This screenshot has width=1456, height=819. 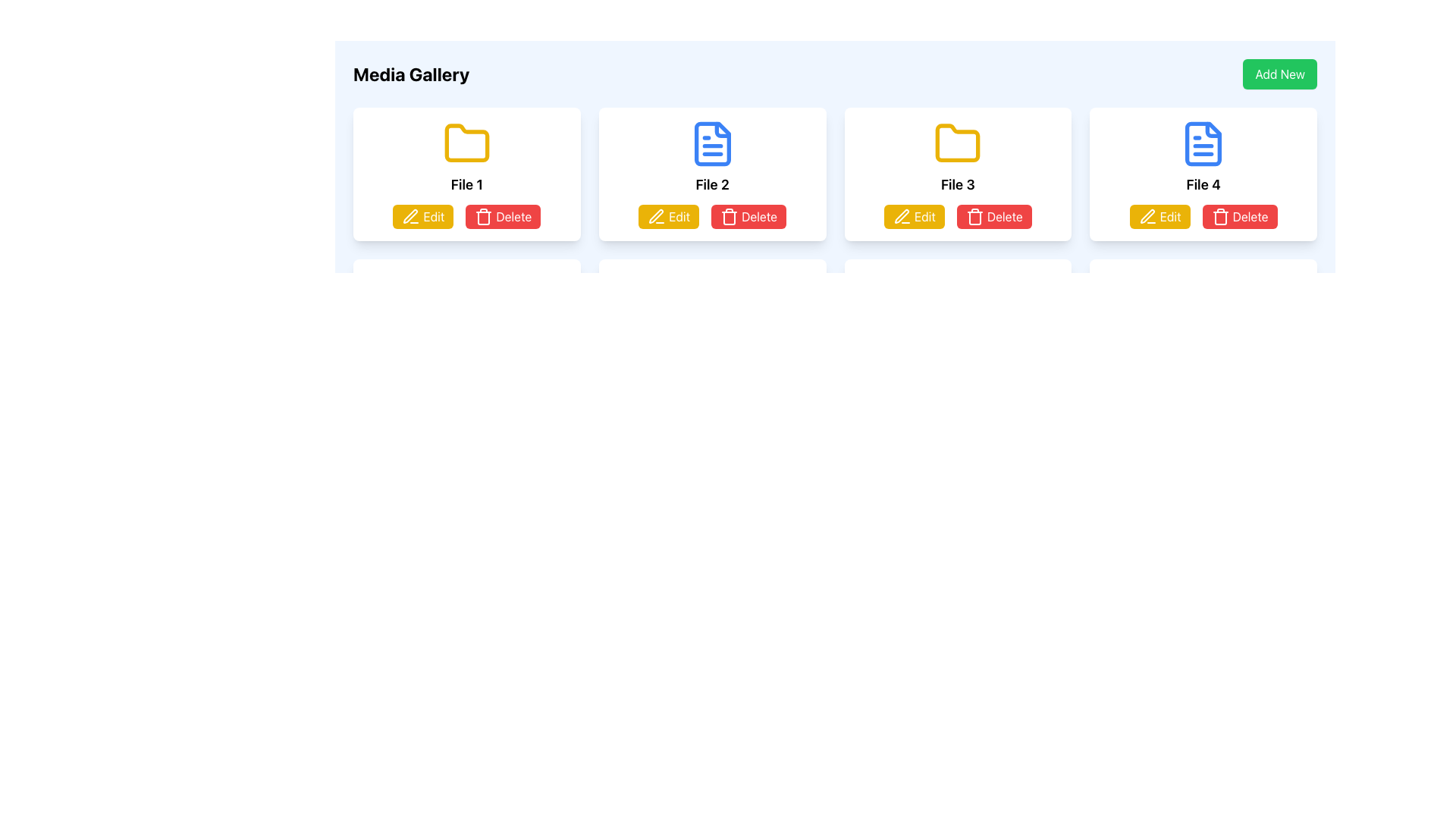 What do you see at coordinates (993, 216) in the screenshot?
I see `the delete button located at the bottom right of the third file card` at bounding box center [993, 216].